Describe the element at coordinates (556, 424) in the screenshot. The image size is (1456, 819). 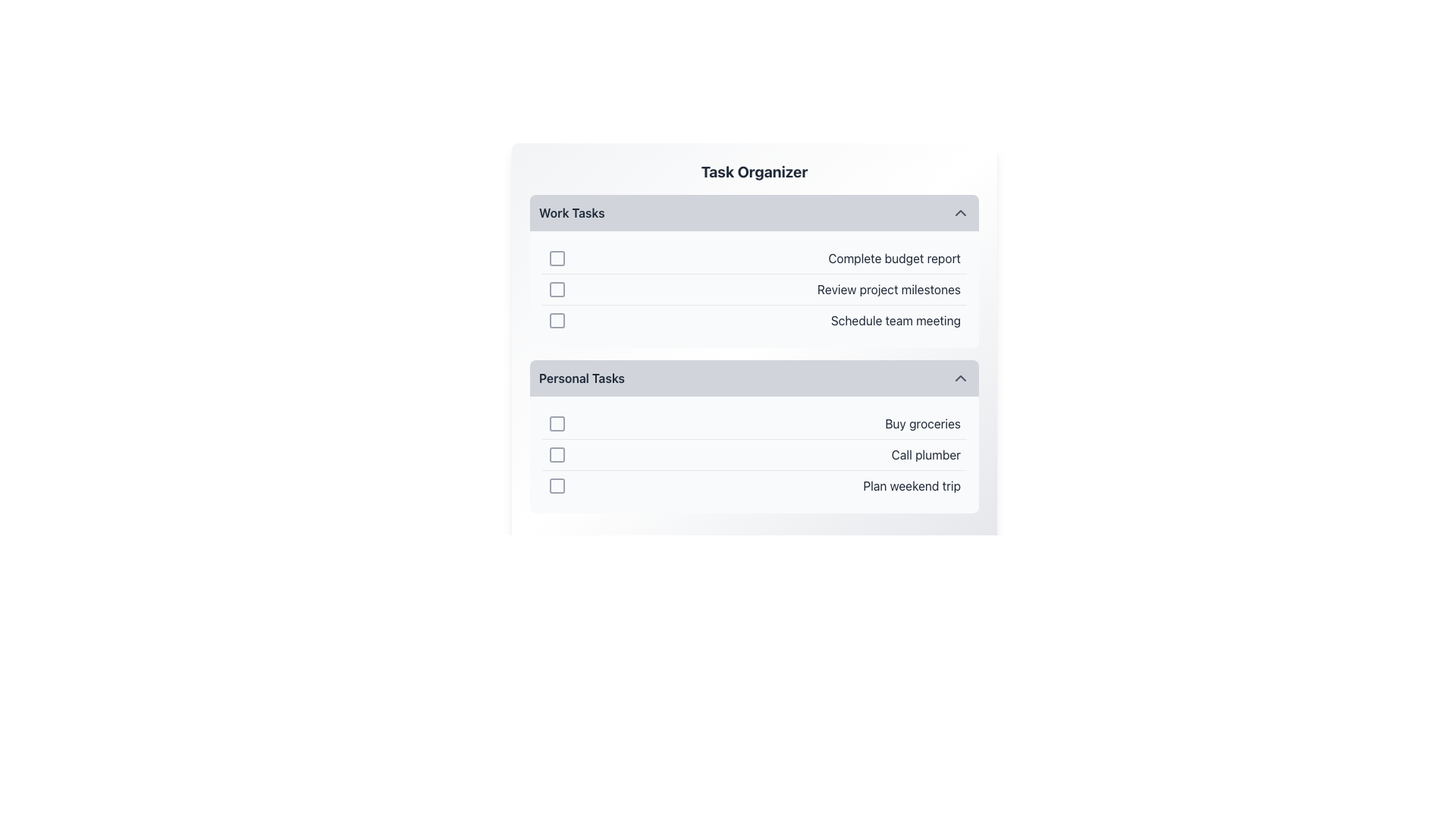
I see `the checkbox located in the 'Personal Tasks' section, which is the leftmost component aligned with the text 'Buy groceries'` at that location.